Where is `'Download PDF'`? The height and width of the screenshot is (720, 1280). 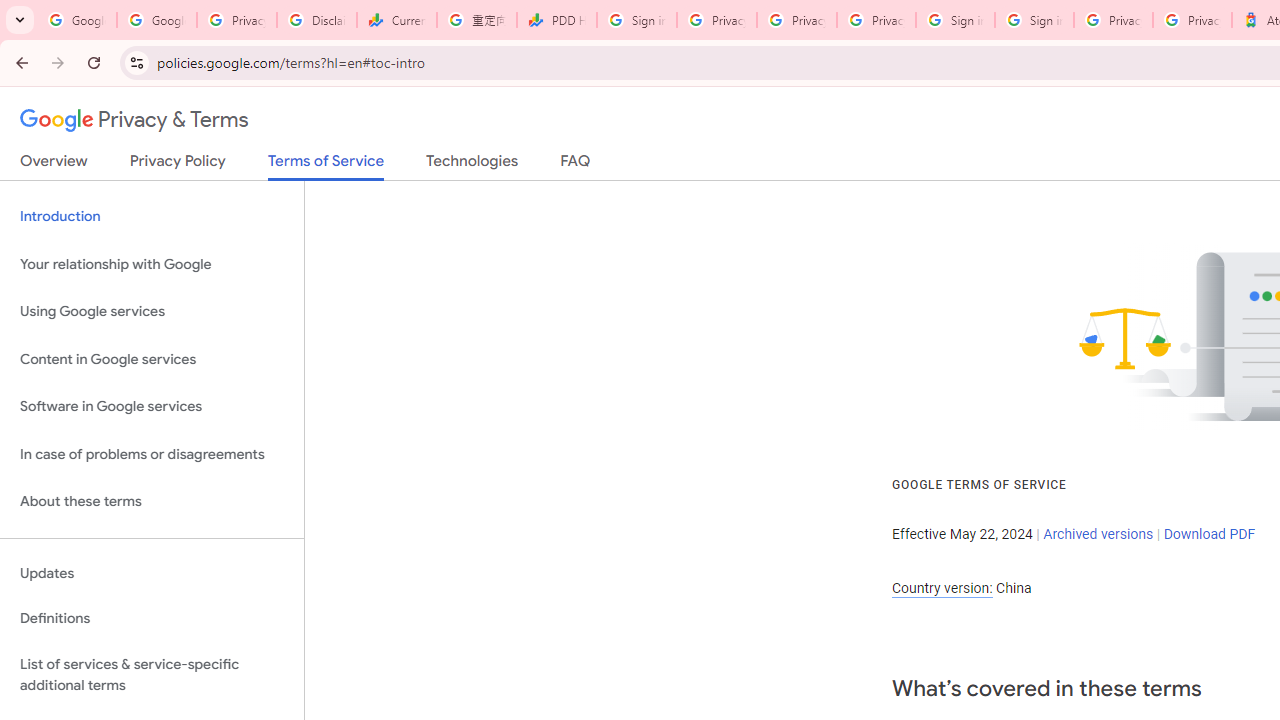 'Download PDF' is located at coordinates (1208, 532).